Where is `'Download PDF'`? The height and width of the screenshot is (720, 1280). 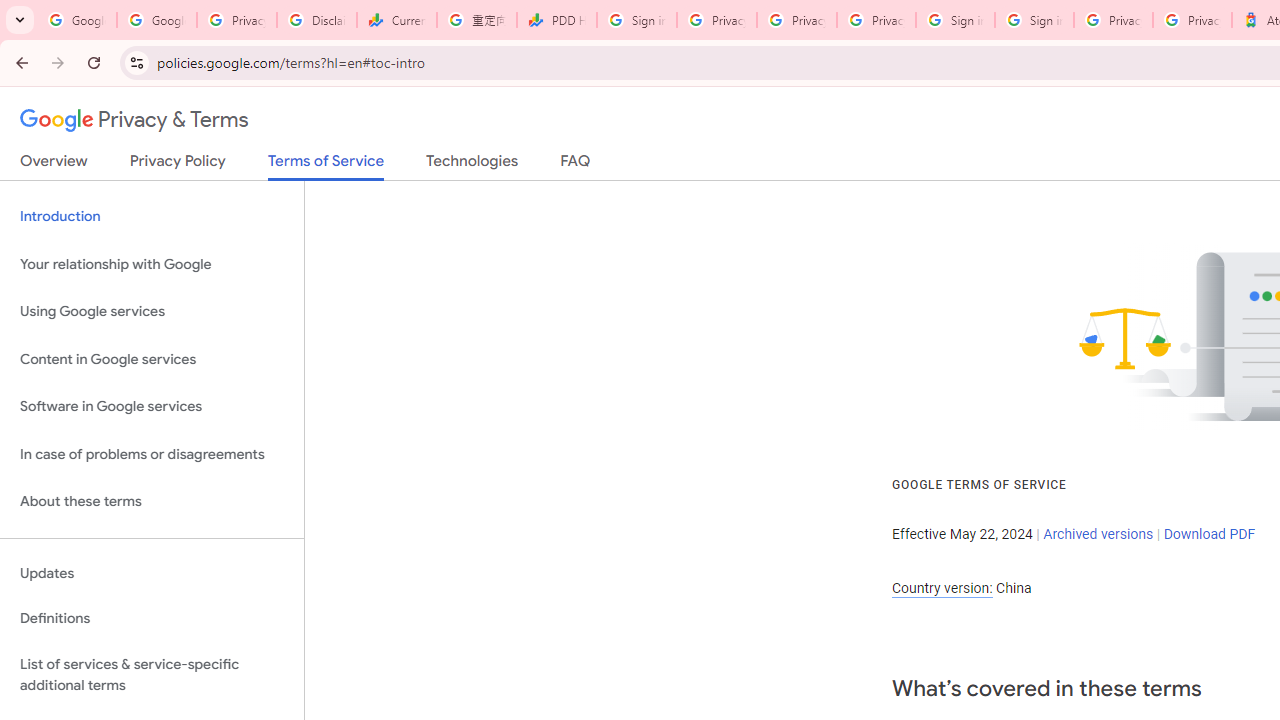 'Download PDF' is located at coordinates (1208, 532).